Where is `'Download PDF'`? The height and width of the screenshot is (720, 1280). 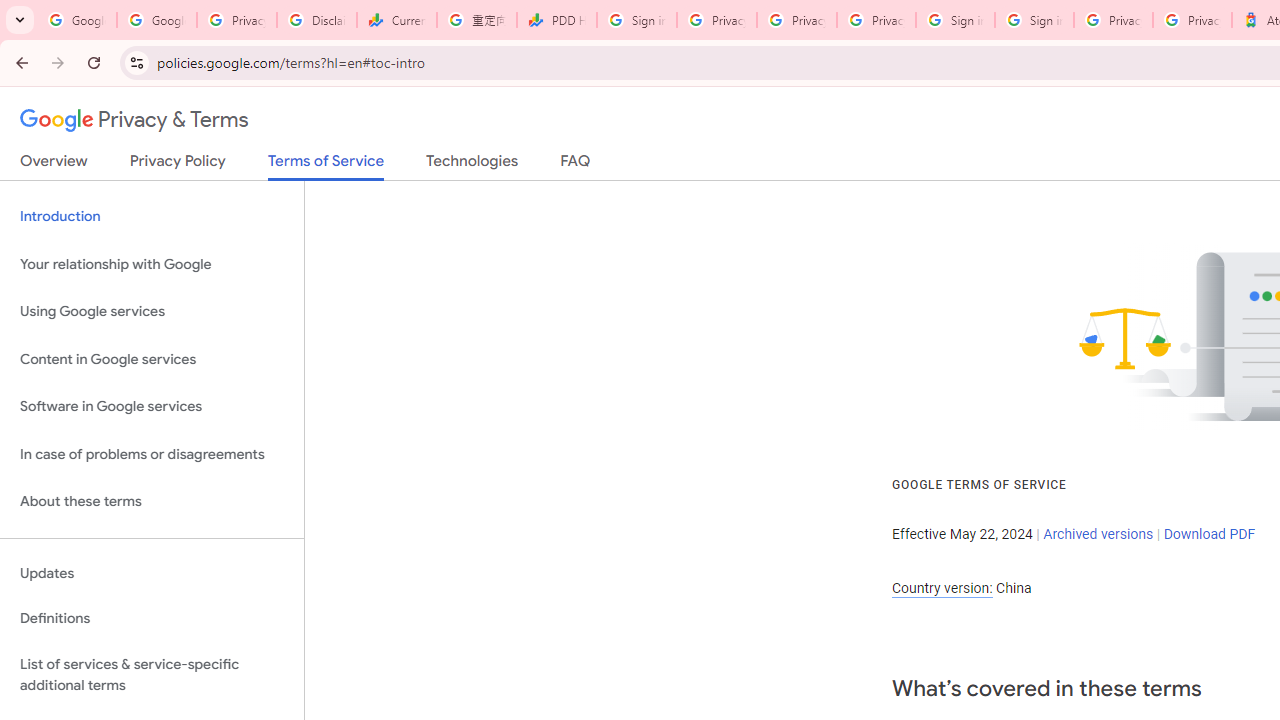 'Download PDF' is located at coordinates (1208, 532).